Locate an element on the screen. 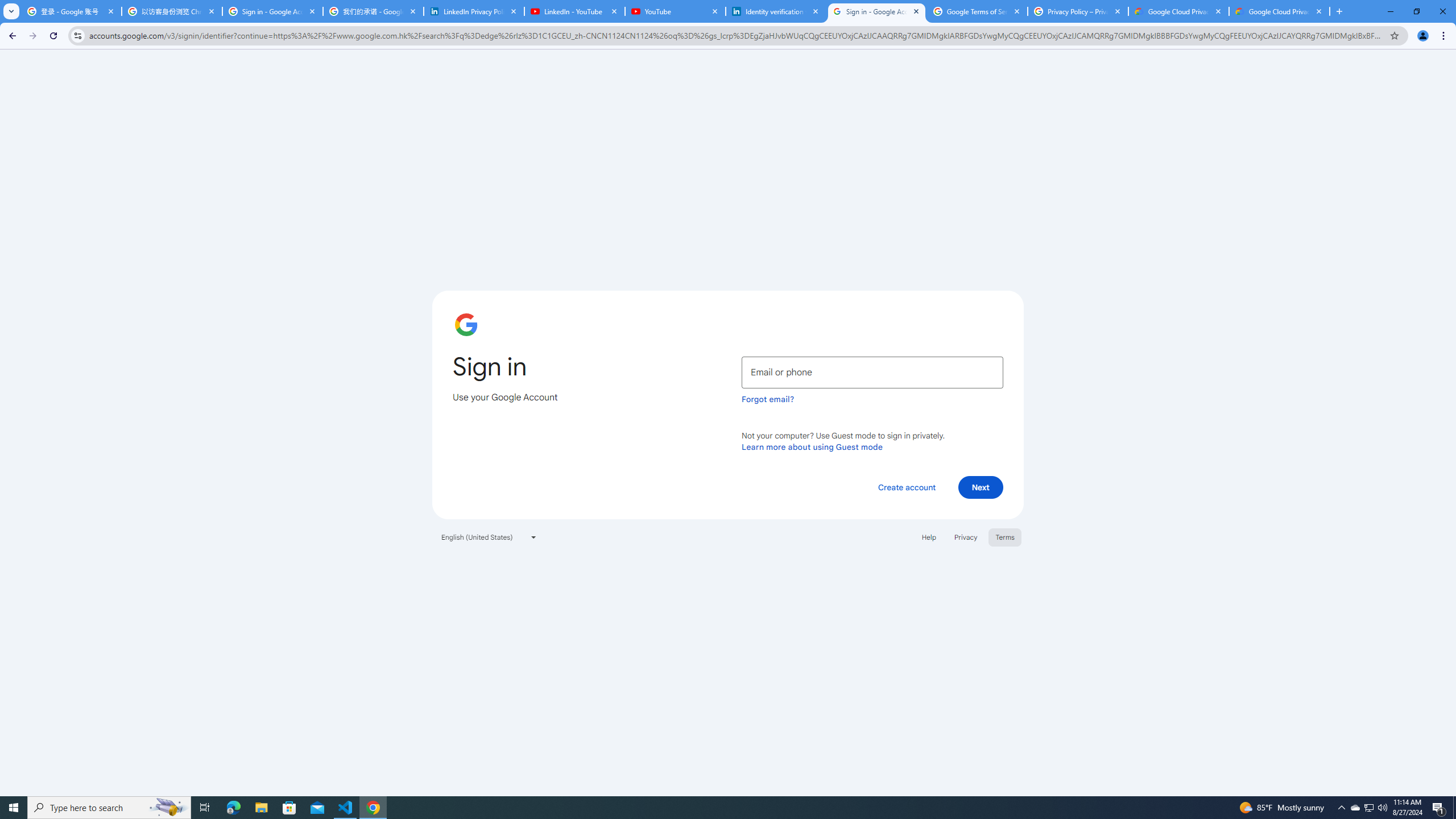 The width and height of the screenshot is (1456, 819). 'LinkedIn - YouTube' is located at coordinates (574, 11).